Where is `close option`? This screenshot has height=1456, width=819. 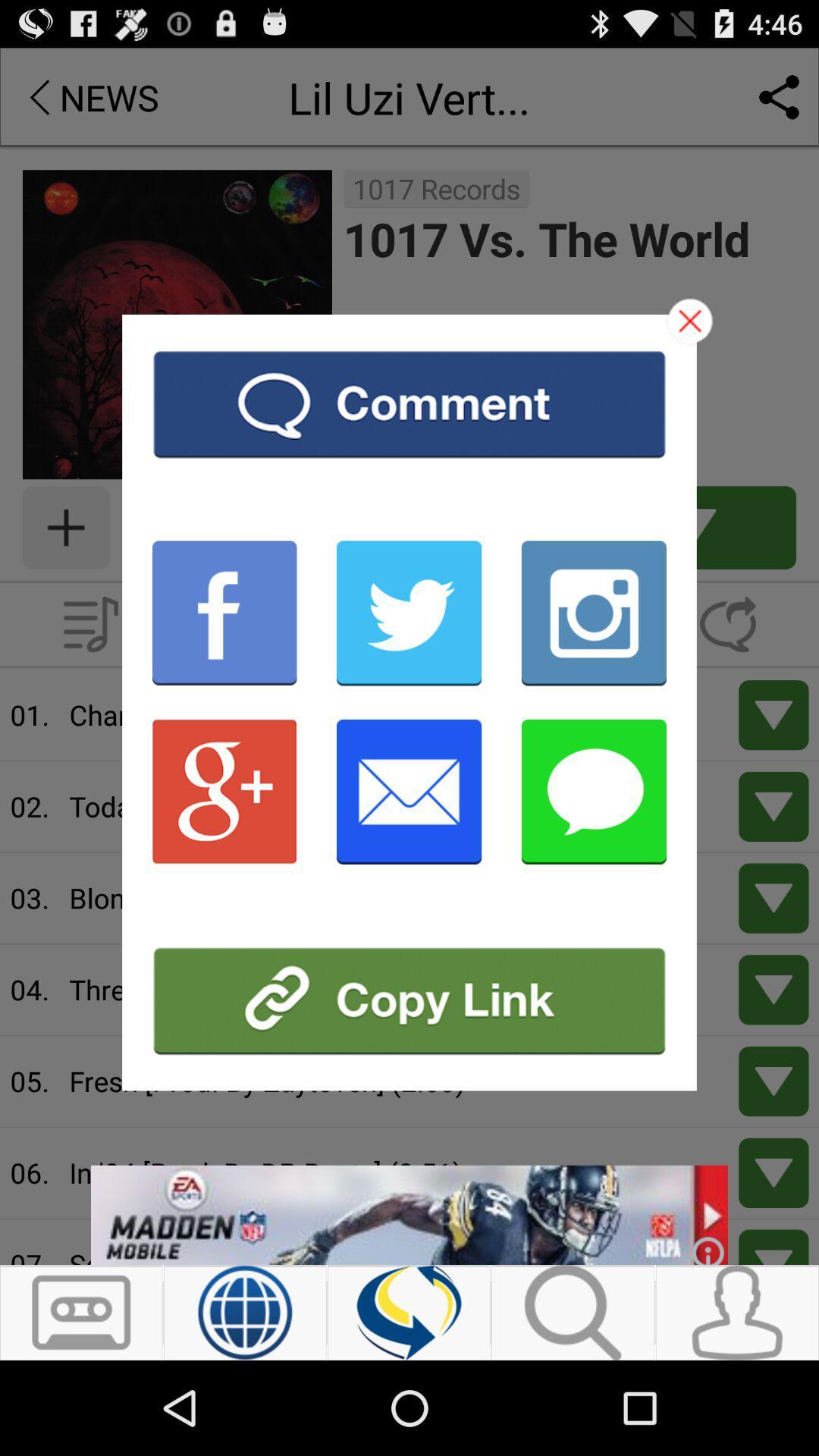
close option is located at coordinates (690, 320).